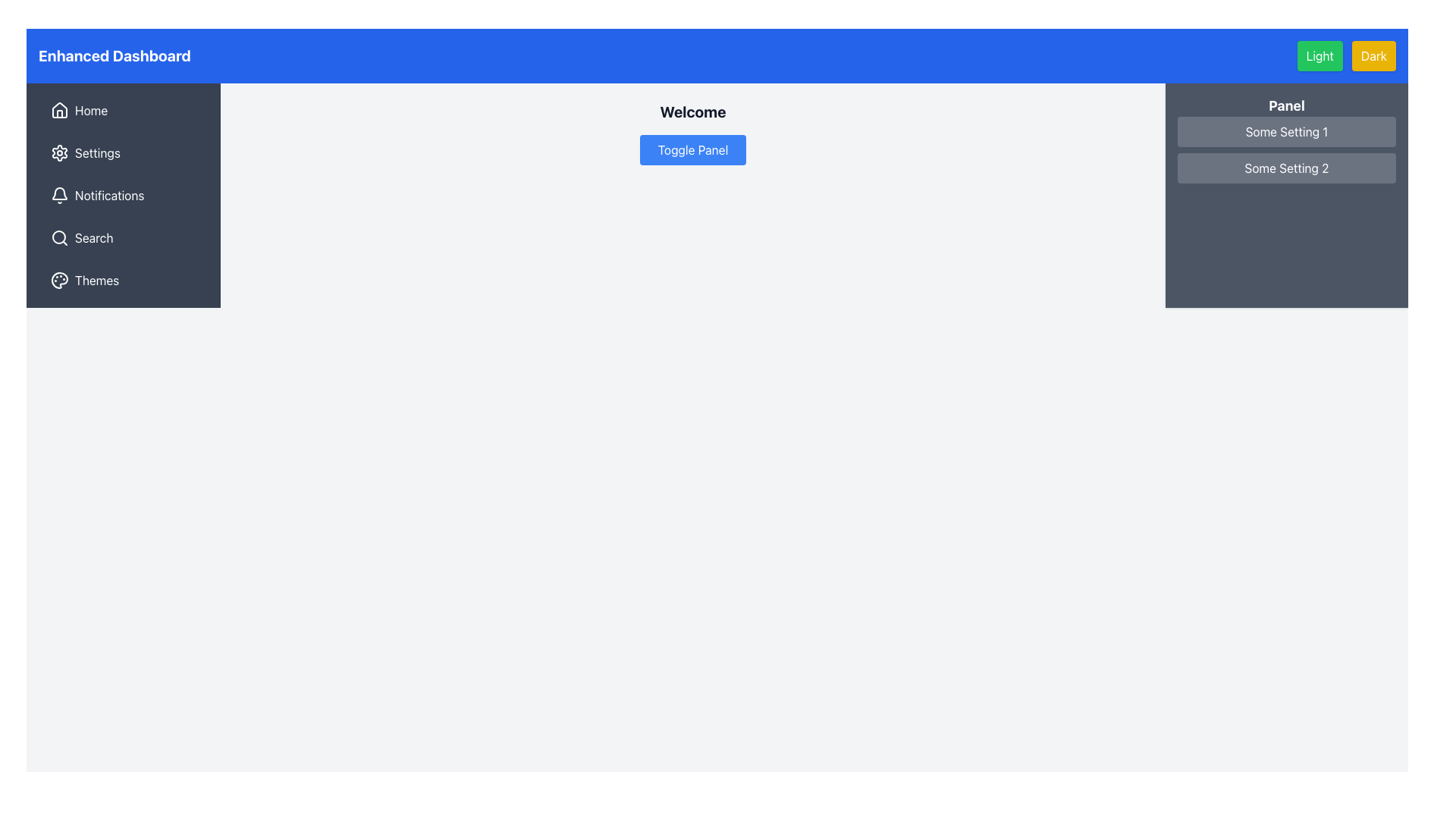  I want to click on the 'Notifications' text label located in the sidebar menu, which is the fourth item and is styled with a sans-serif font on a dark background, so click(108, 195).